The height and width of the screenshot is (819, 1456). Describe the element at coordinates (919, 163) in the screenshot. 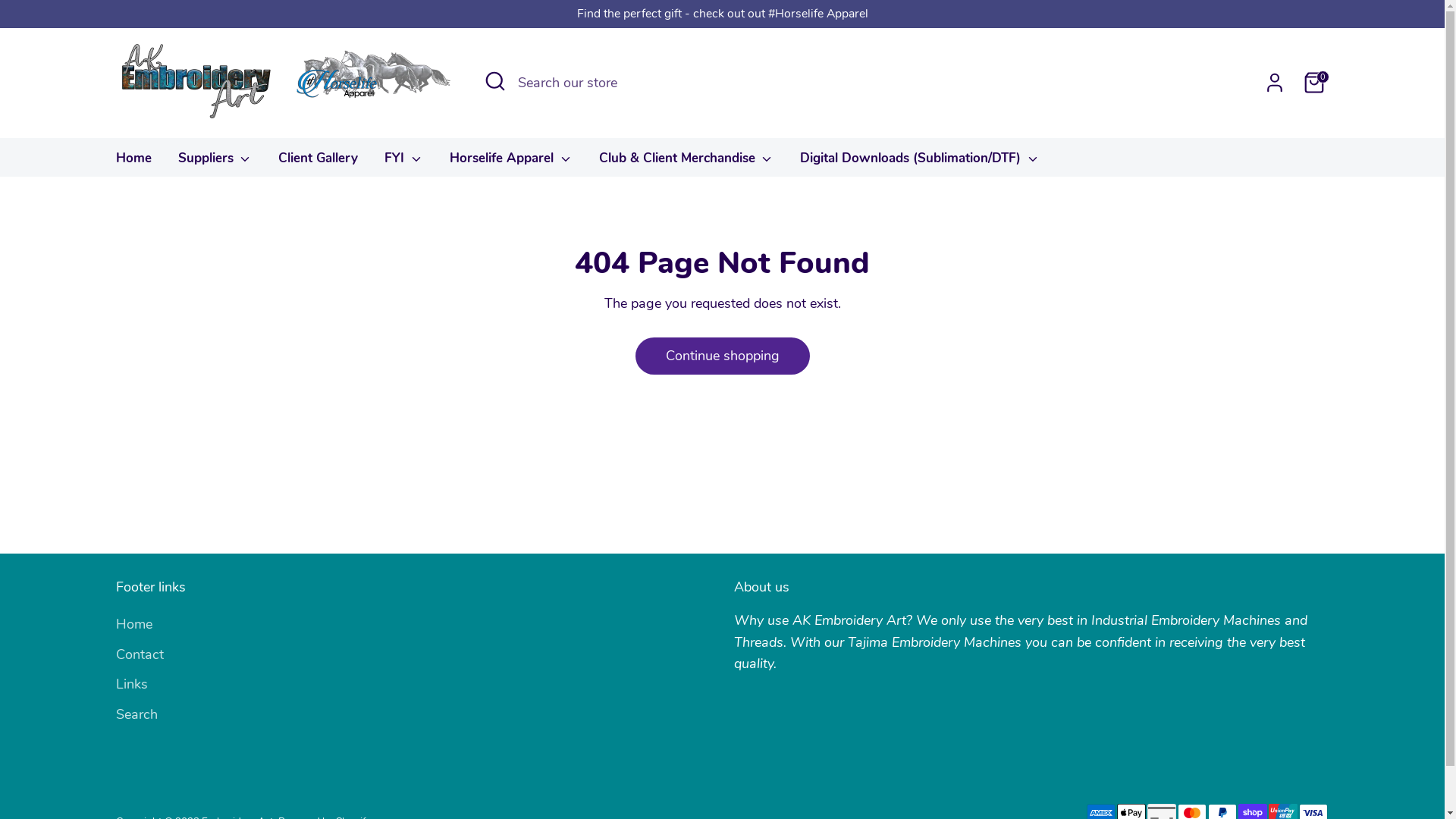

I see `'Digital Downloads (Sublimation/DTF)'` at that location.